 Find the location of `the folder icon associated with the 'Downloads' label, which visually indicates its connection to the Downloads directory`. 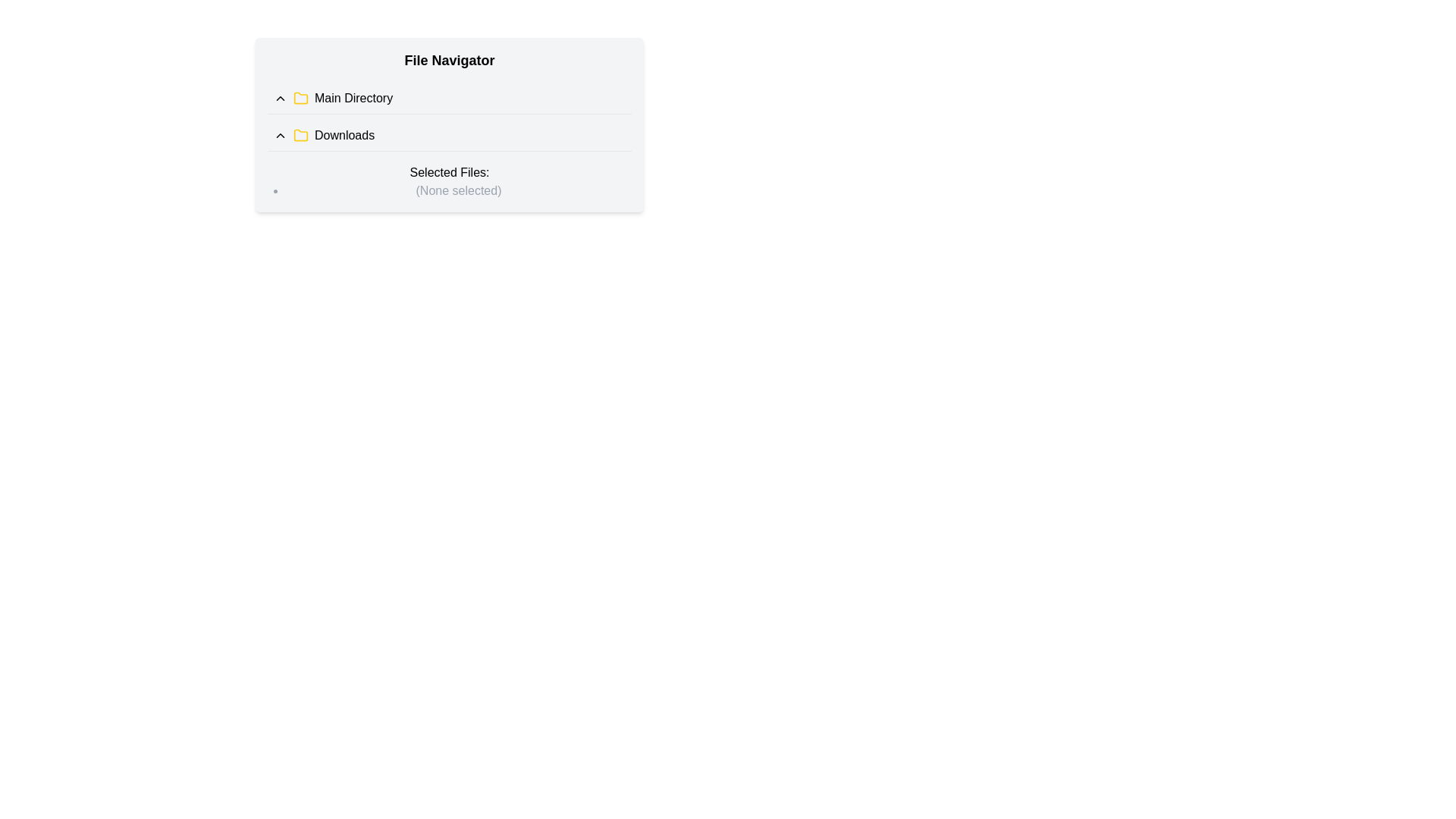

the folder icon associated with the 'Downloads' label, which visually indicates its connection to the Downloads directory is located at coordinates (301, 134).